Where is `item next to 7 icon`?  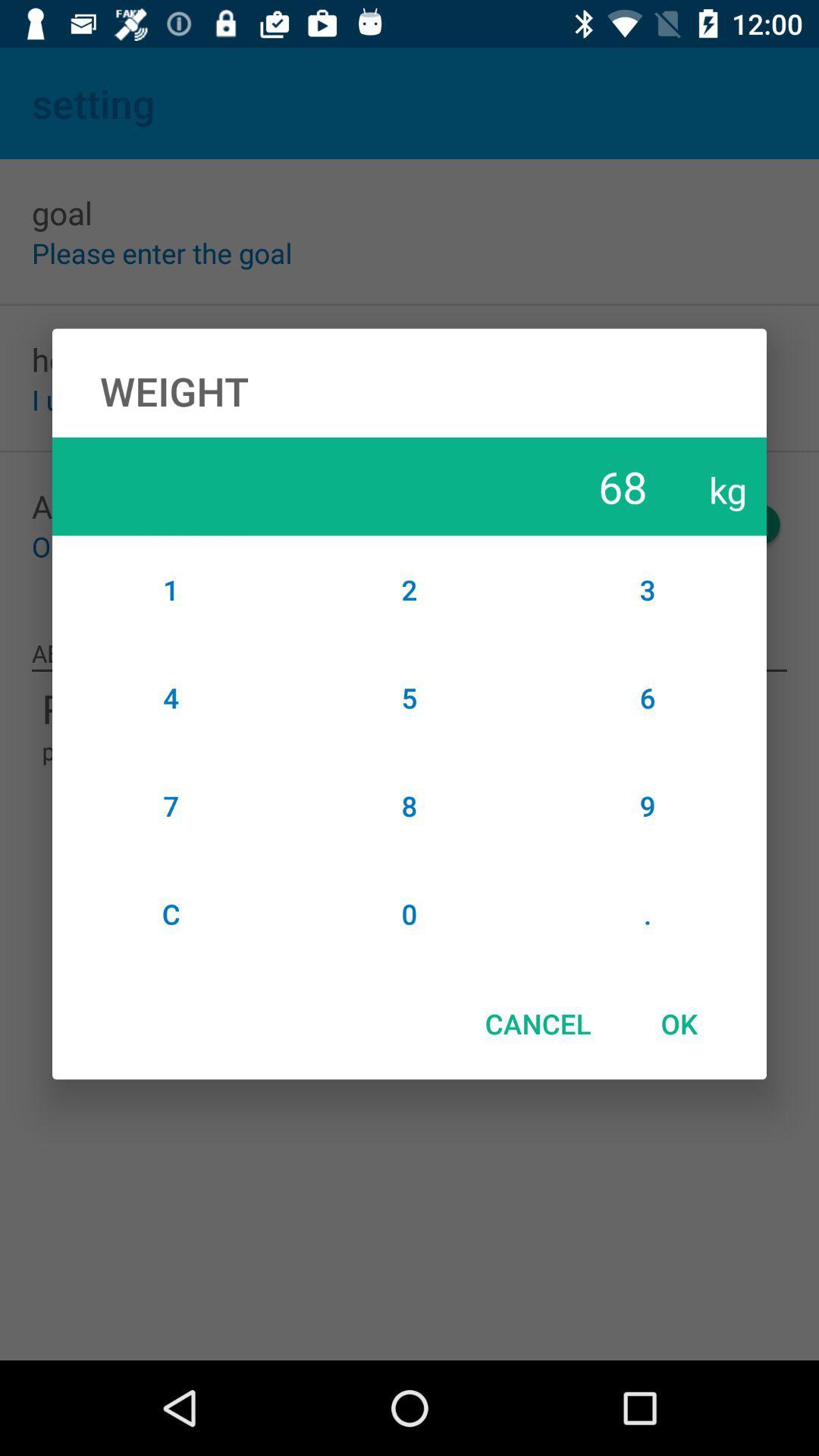
item next to 7 icon is located at coordinates (409, 913).